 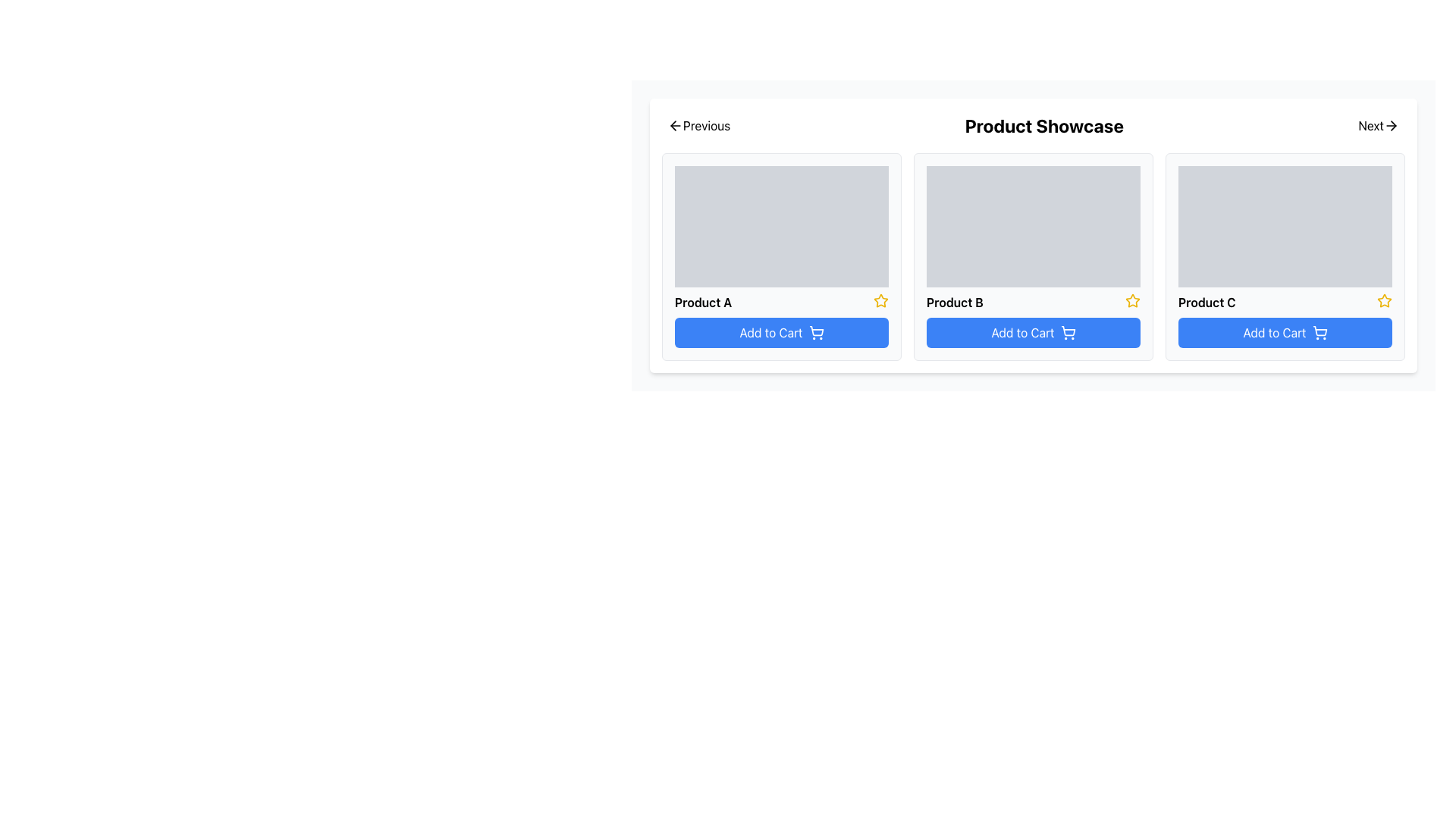 I want to click on the right-pointing arrow icon that allows users to navigate to the next set of products, located adjacent to the 'Next' label in the top-right corner of the interface, so click(x=1391, y=124).